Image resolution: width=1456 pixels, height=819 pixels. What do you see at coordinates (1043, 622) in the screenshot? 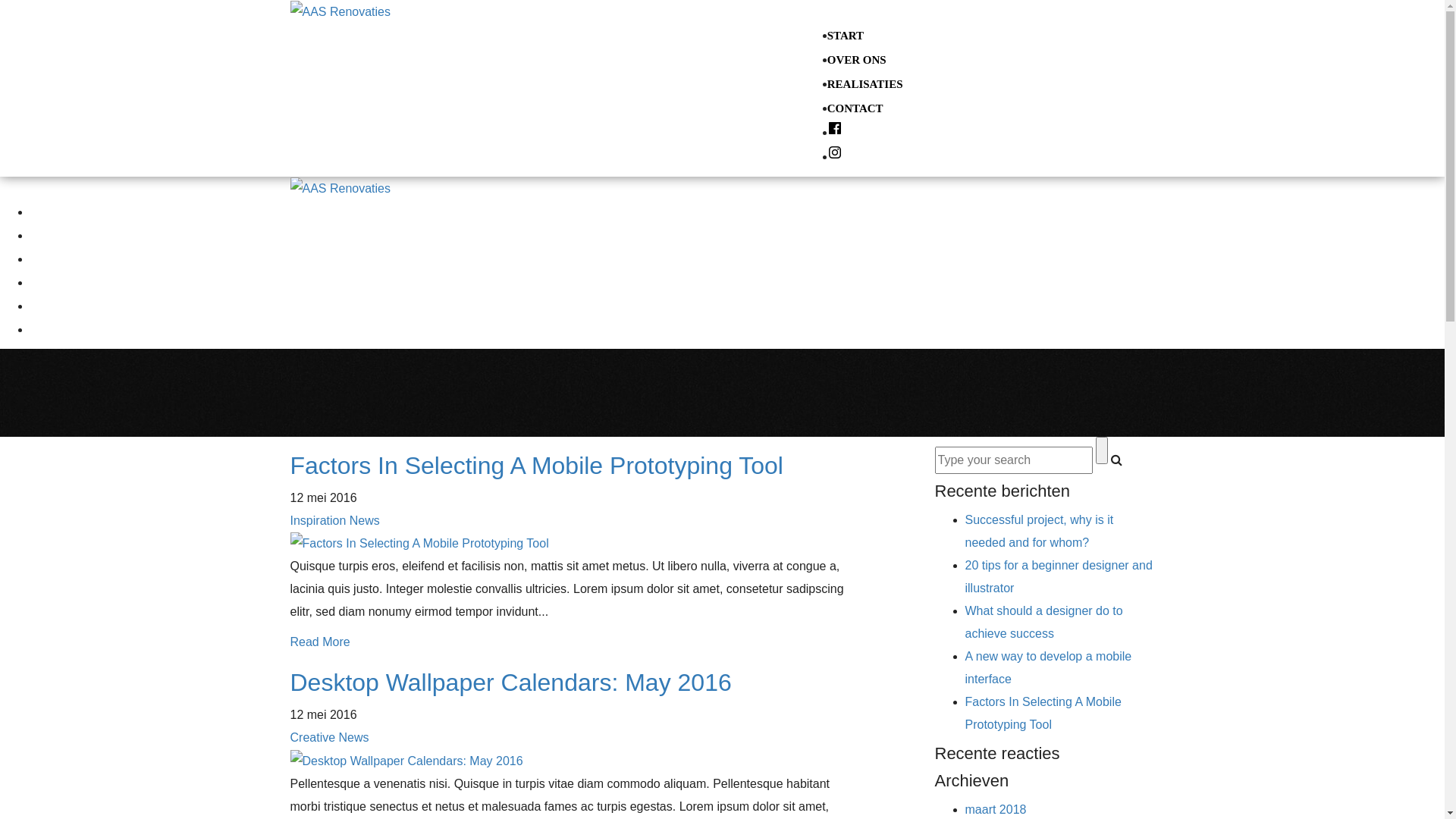
I see `'What should a designer do to achieve success'` at bounding box center [1043, 622].